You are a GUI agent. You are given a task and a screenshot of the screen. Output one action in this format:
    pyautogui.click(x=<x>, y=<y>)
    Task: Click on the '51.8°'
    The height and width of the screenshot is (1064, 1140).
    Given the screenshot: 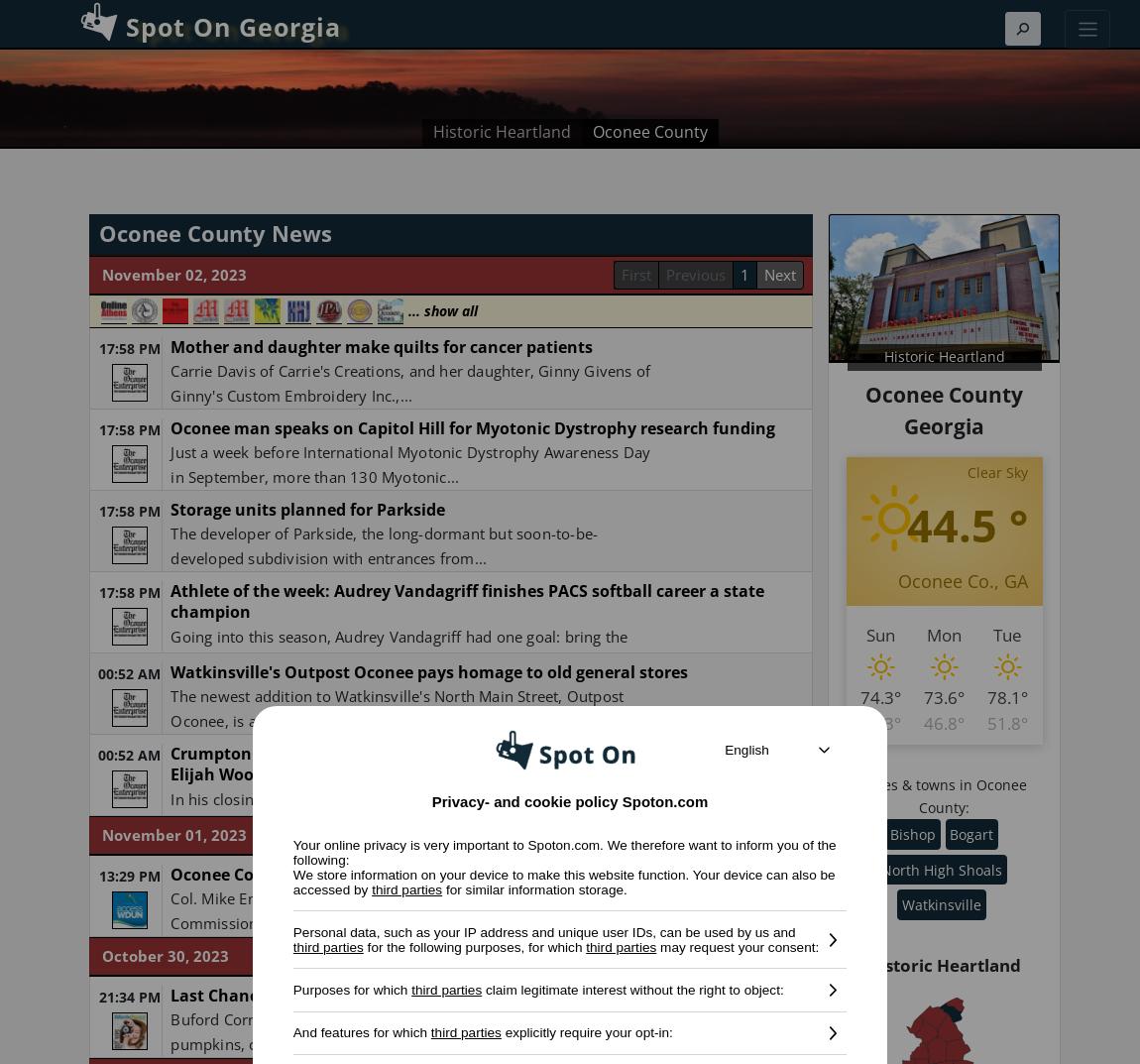 What is the action you would take?
    pyautogui.click(x=1007, y=721)
    